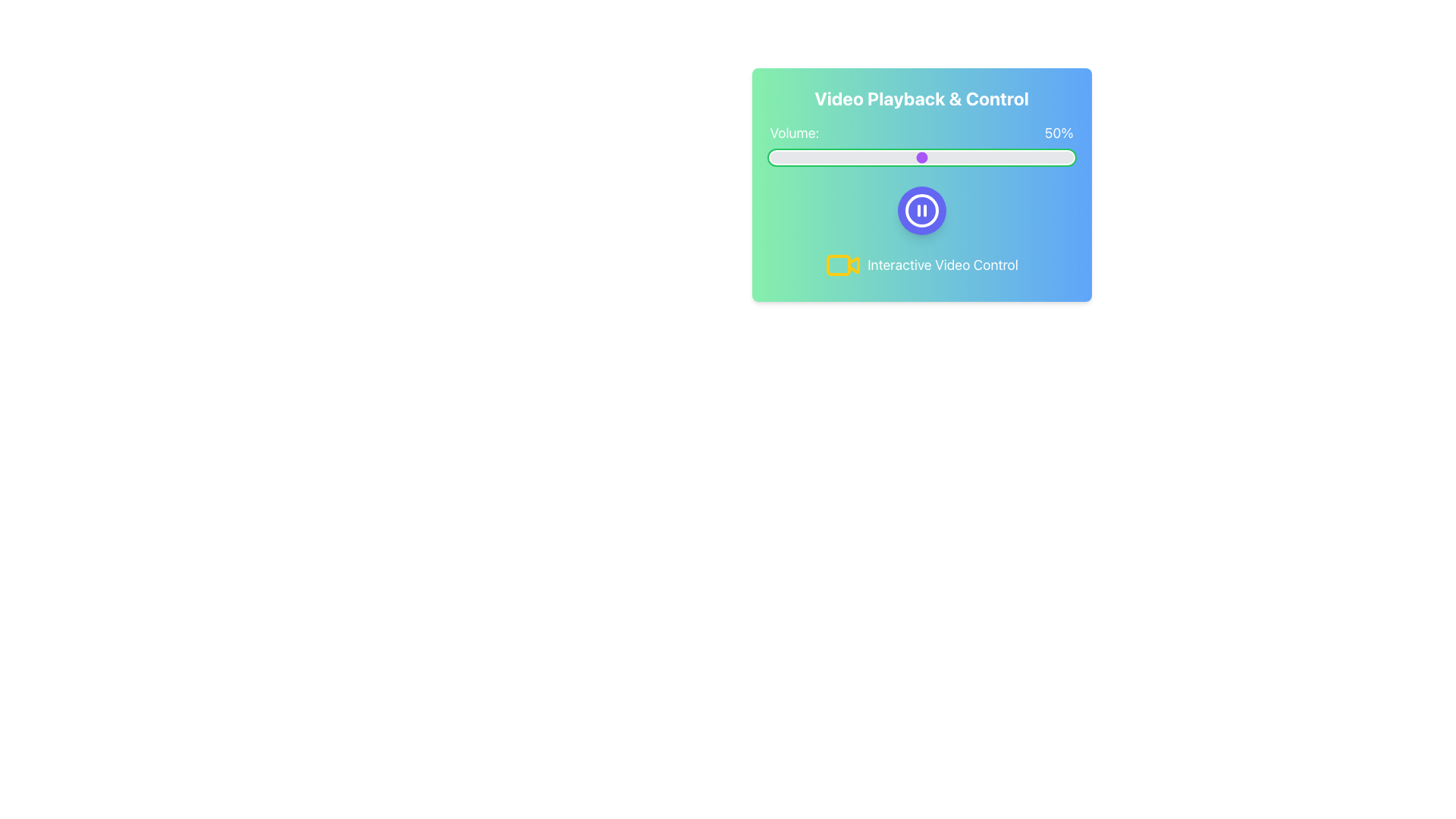 This screenshot has width=1456, height=819. I want to click on the video camera icon located in the interactive video control section, which is positioned to the left of the text label 'Interactive Video Control', so click(838, 265).